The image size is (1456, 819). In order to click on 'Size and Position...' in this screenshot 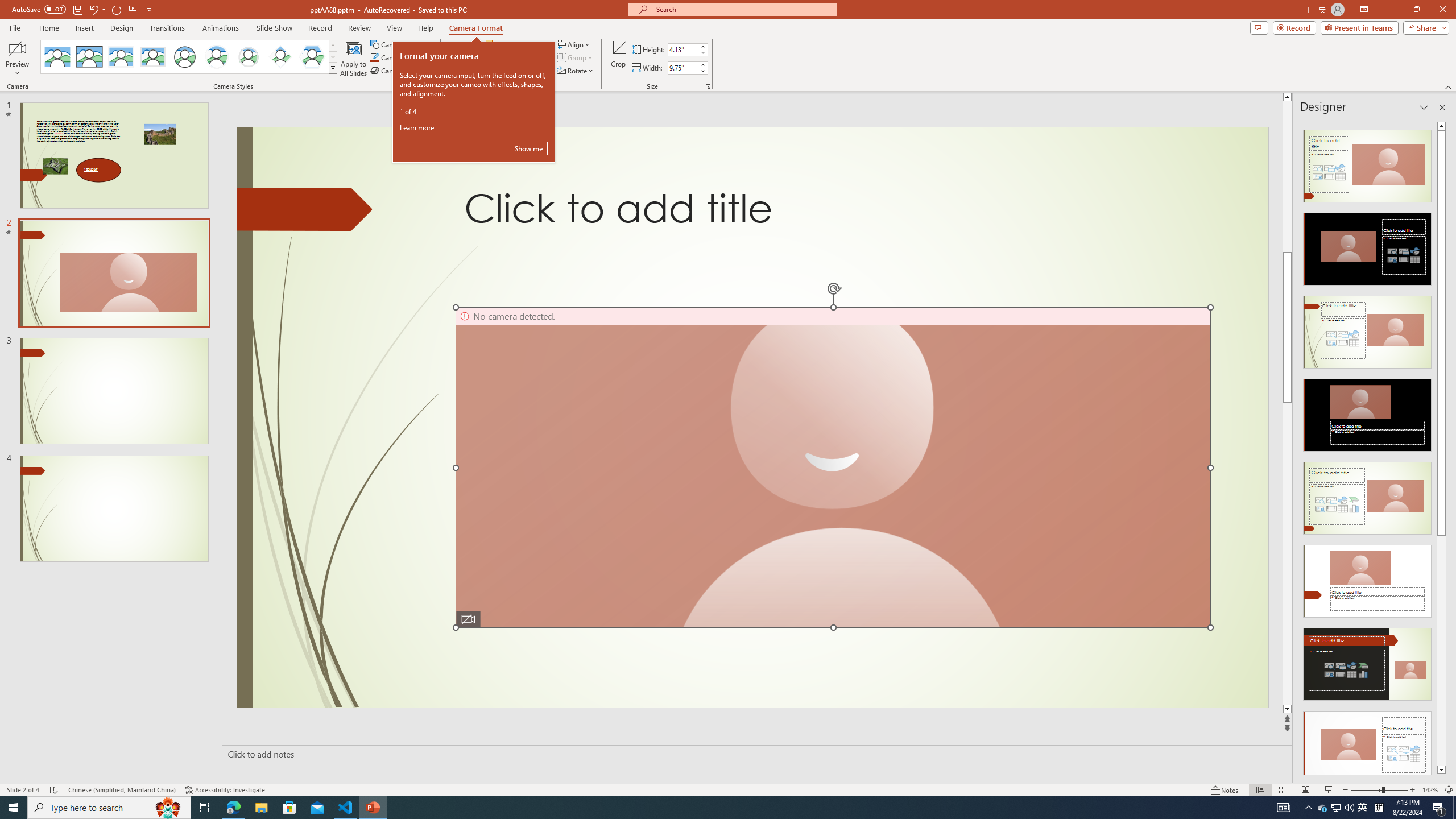, I will do `click(707, 85)`.